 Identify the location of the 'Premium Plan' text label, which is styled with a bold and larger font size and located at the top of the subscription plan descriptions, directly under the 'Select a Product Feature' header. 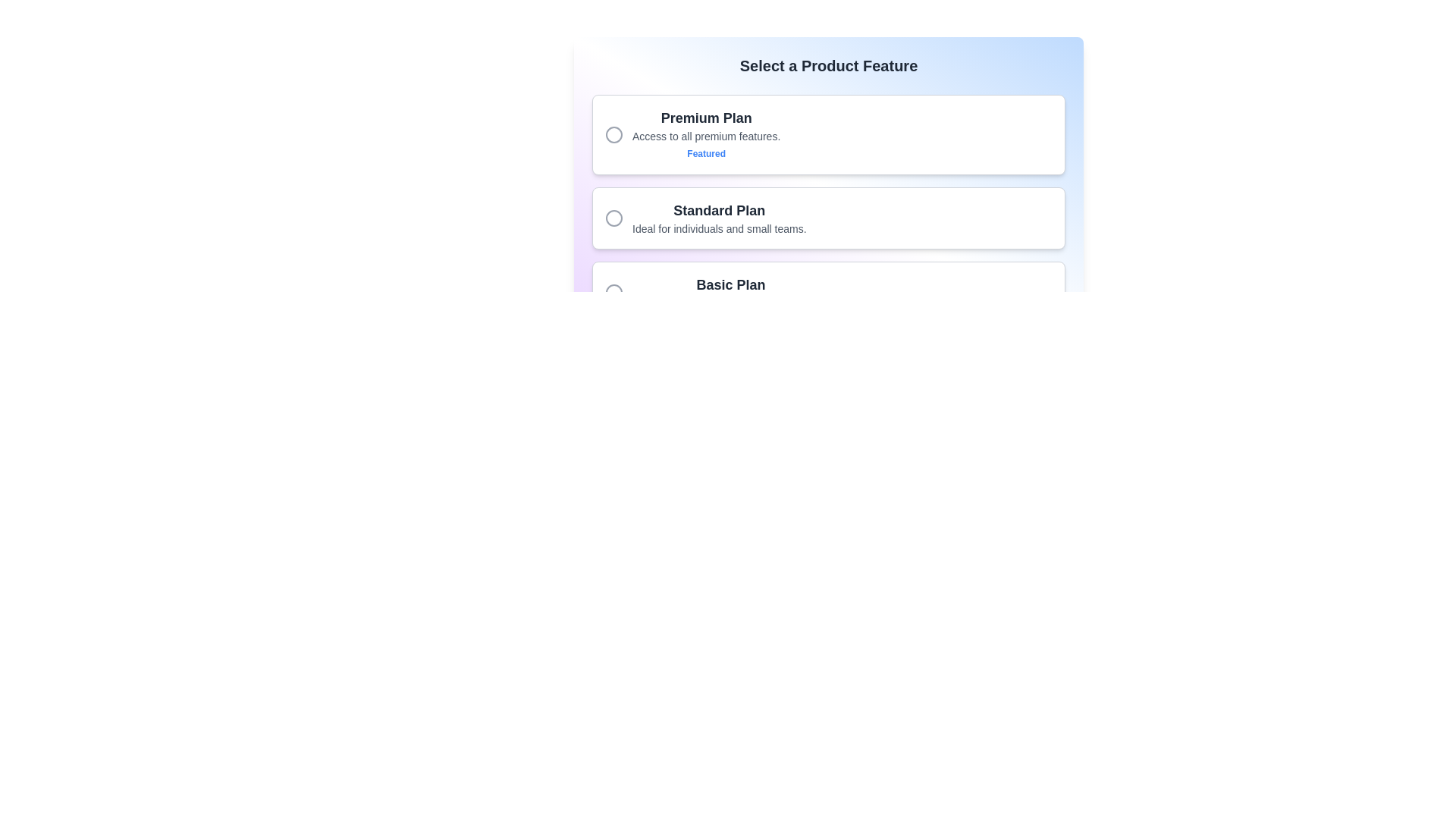
(705, 117).